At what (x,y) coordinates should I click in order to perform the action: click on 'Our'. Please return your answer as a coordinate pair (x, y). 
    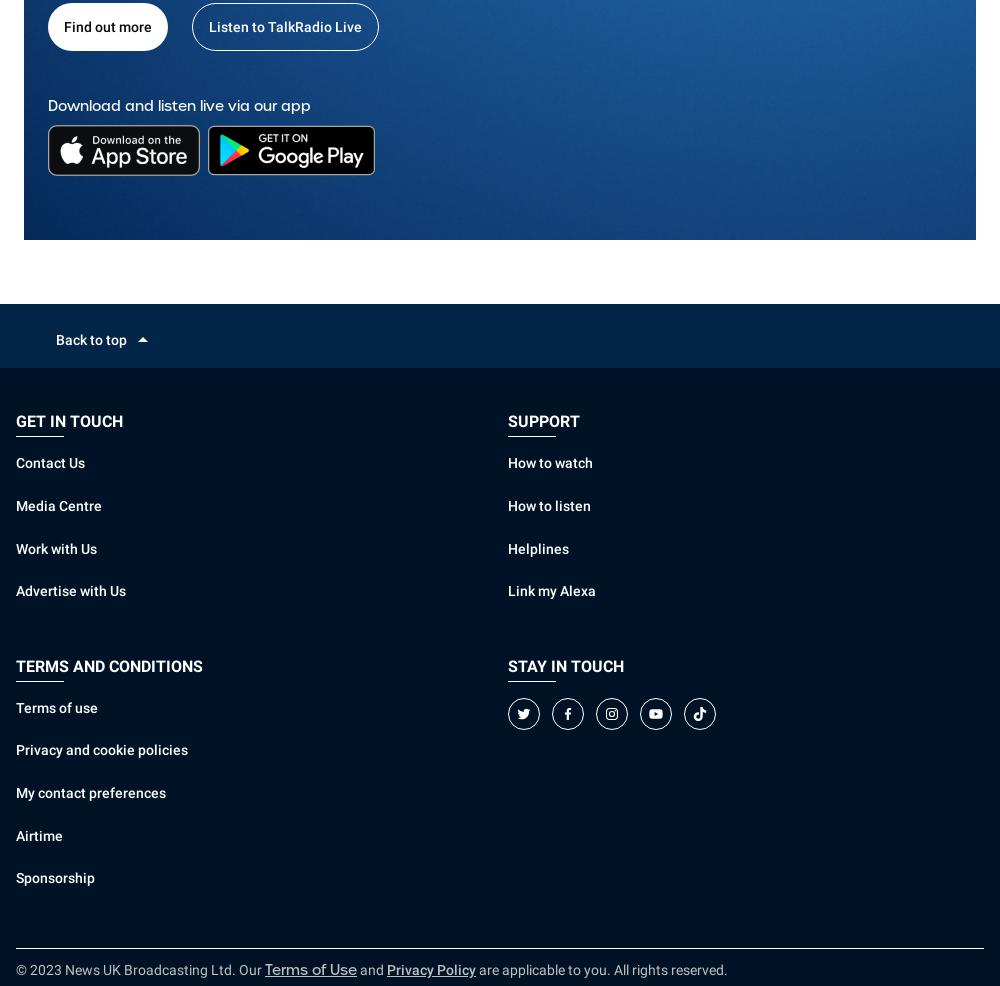
    Looking at the image, I should click on (248, 970).